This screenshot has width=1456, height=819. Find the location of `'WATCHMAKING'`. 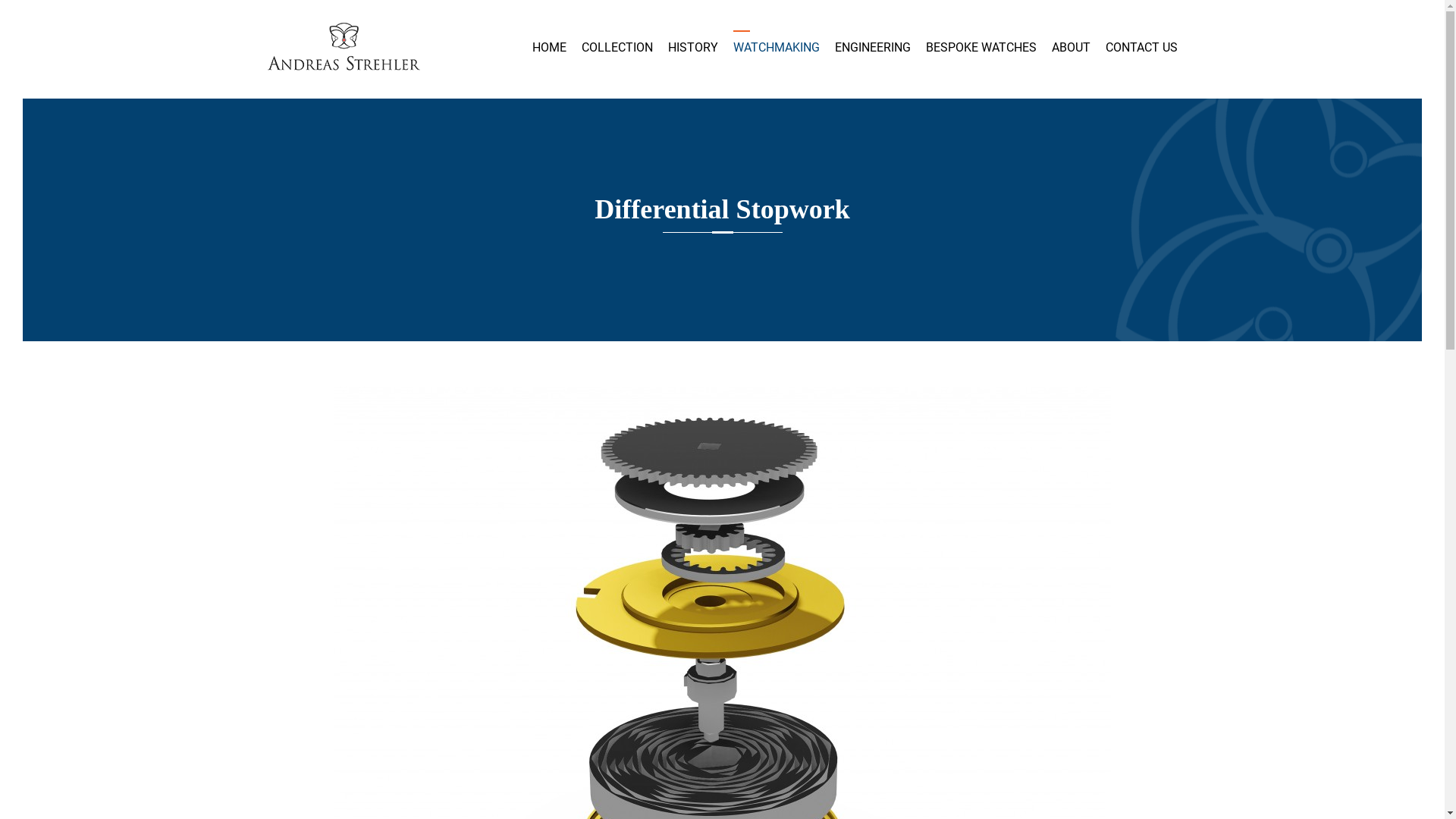

'WATCHMAKING' is located at coordinates (775, 46).